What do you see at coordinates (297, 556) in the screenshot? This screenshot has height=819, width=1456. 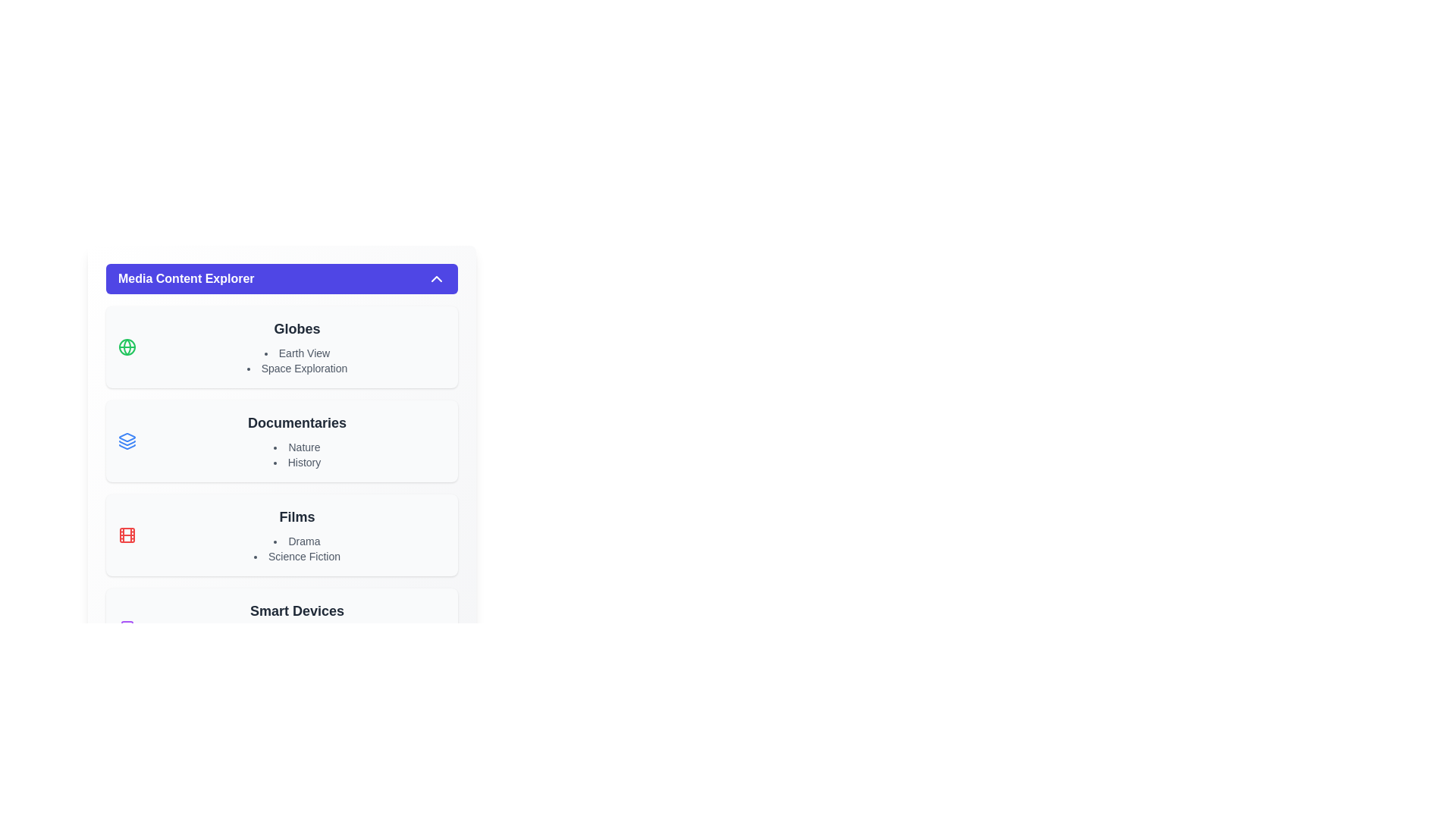 I see `the second text label under the 'Films' category, which serves as a non-interactive label for a genre` at bounding box center [297, 556].